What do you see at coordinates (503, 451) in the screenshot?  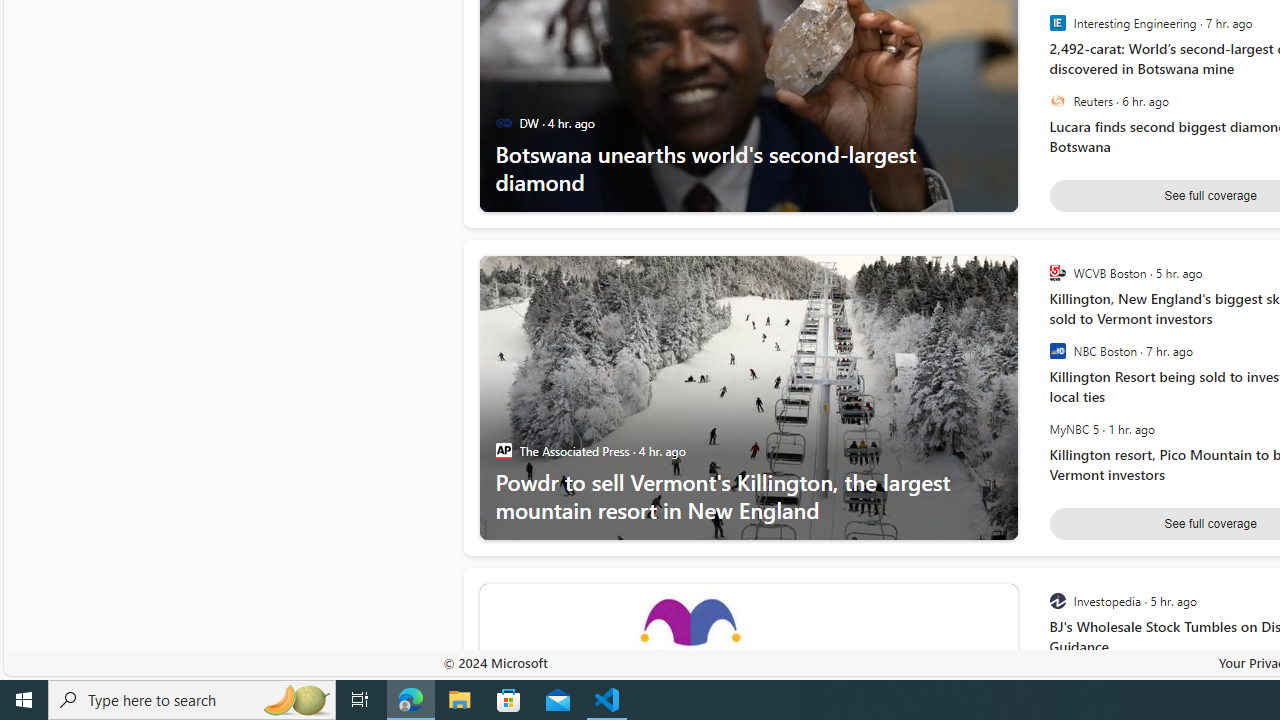 I see `'The Associated Press'` at bounding box center [503, 451].